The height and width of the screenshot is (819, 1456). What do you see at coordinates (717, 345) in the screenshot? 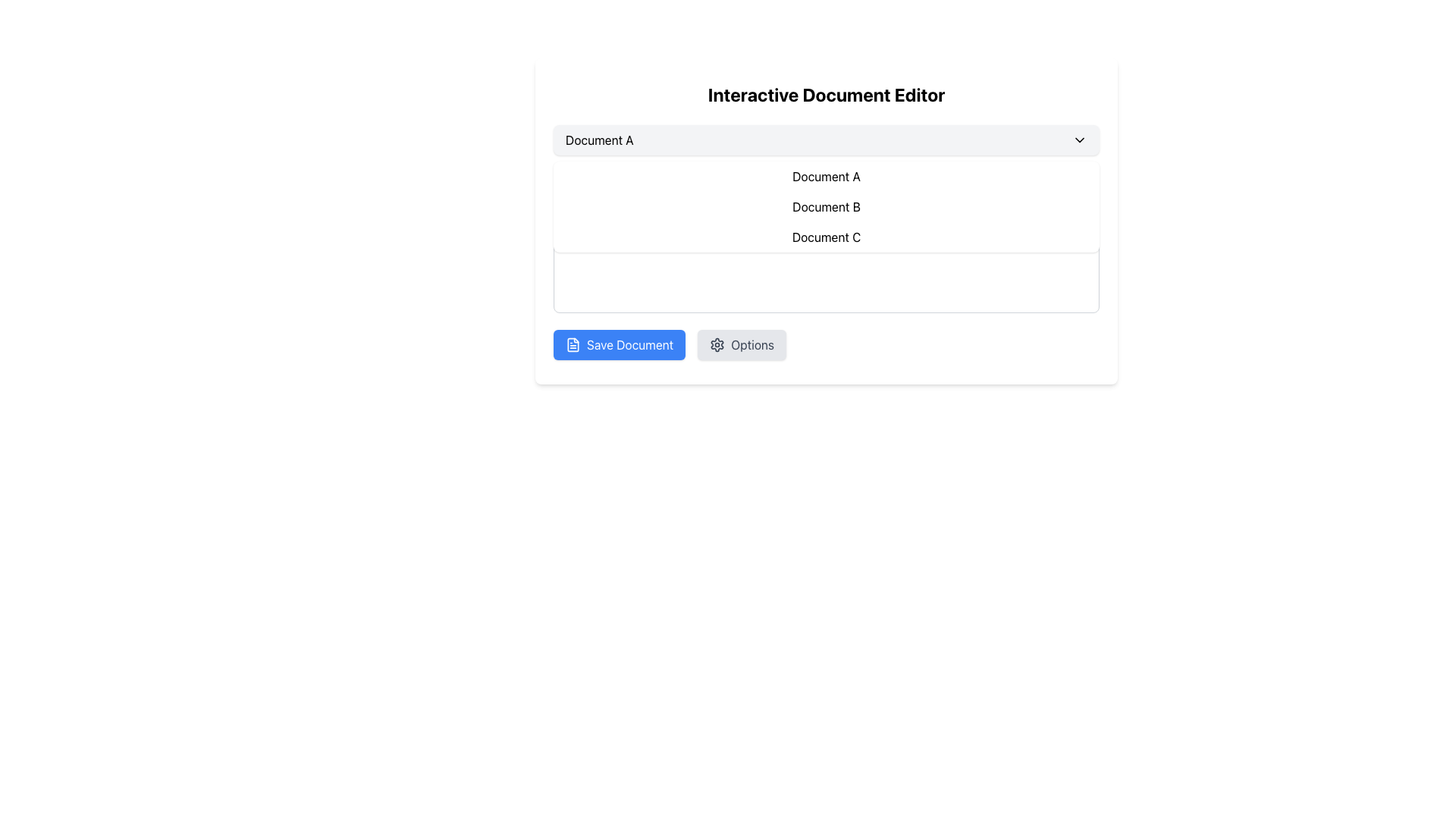
I see `the gear icon located to the left of the 'Options' button in the bottom-right section of the interface` at bounding box center [717, 345].